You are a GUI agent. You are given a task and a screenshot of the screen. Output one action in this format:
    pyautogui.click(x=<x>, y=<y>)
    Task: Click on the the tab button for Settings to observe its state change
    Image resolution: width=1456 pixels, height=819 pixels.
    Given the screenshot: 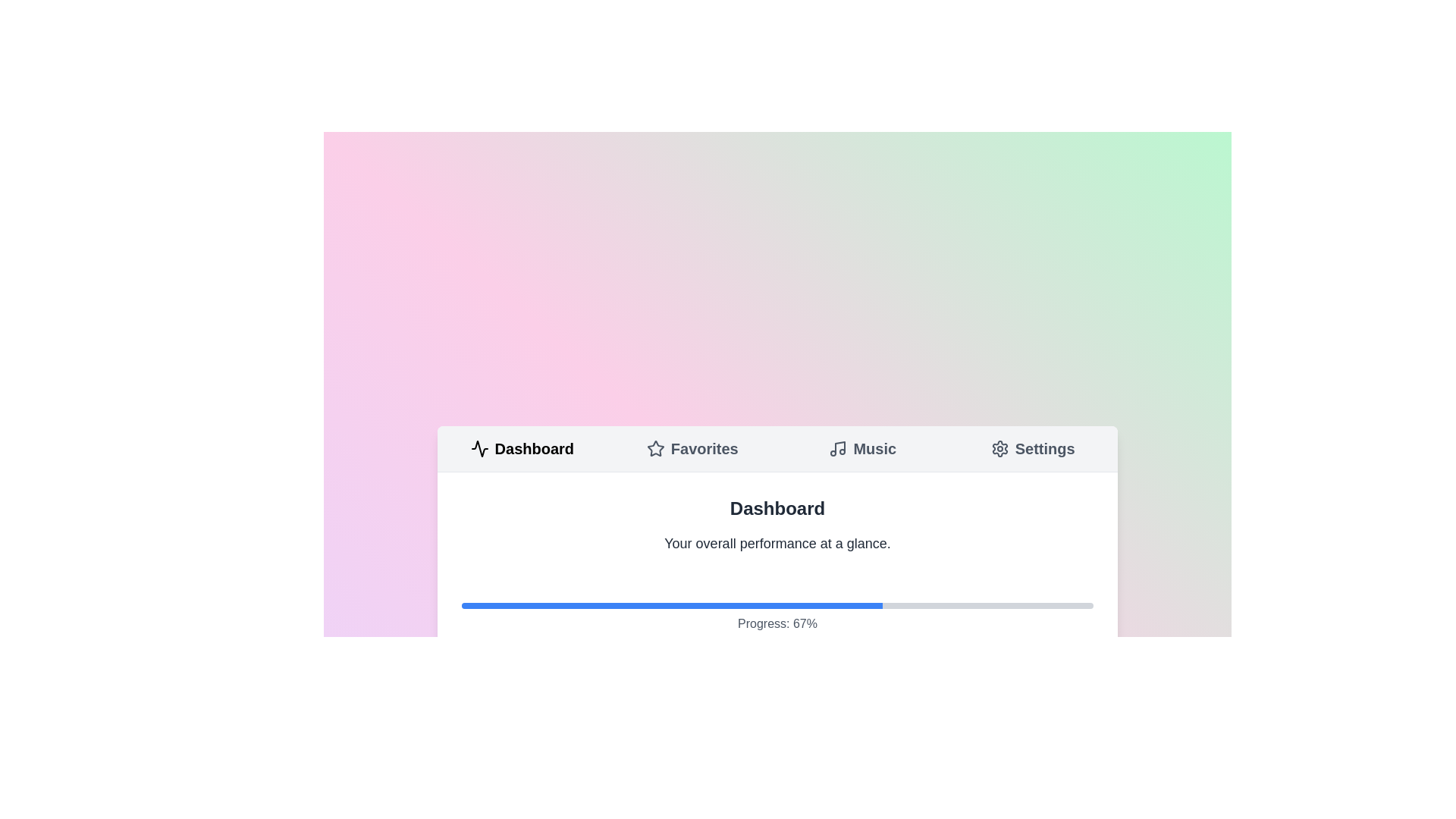 What is the action you would take?
    pyautogui.click(x=1032, y=447)
    